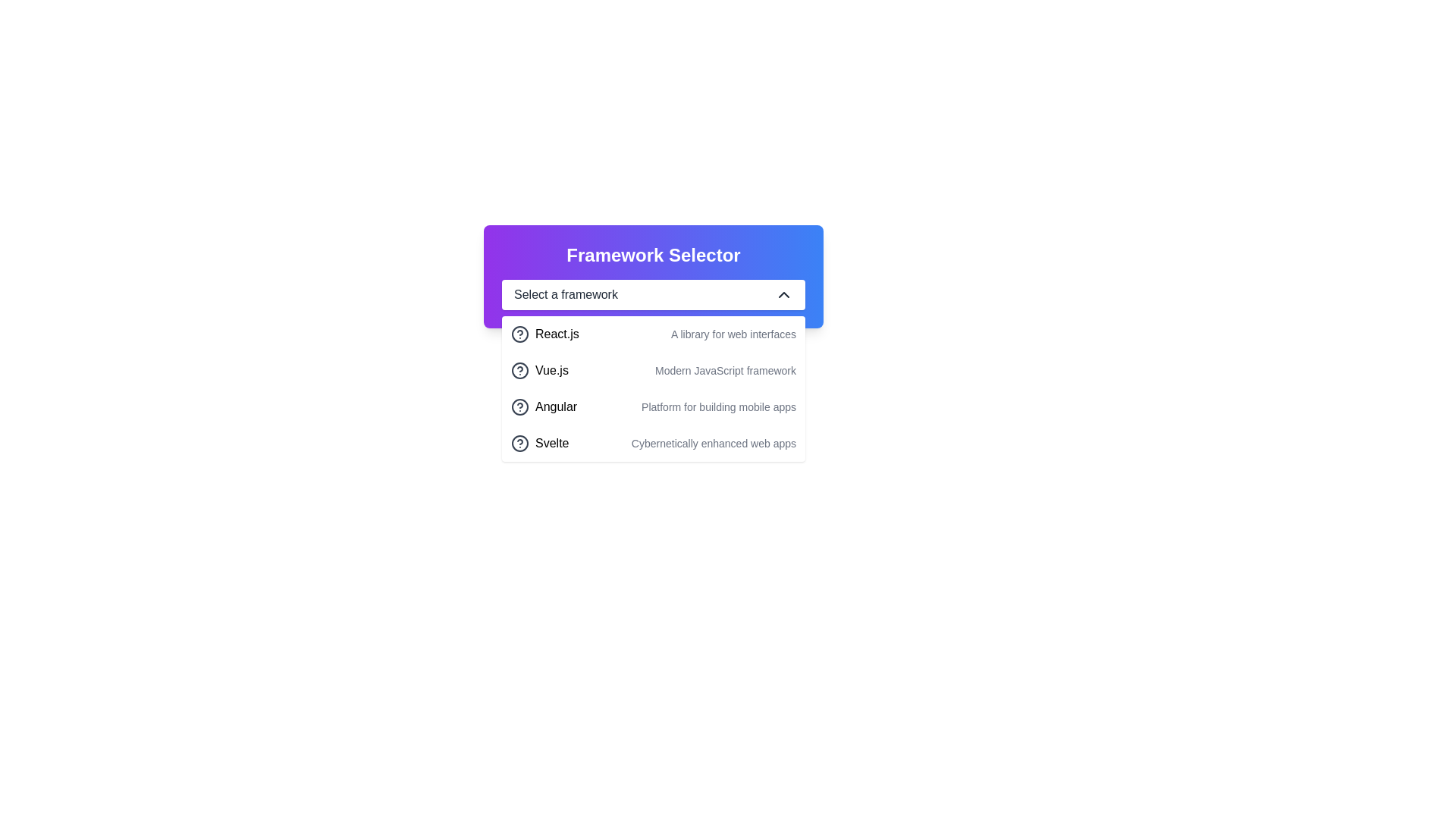 Image resolution: width=1456 pixels, height=819 pixels. I want to click on the Dropdown menu located within the 'Framework Selector' card, positioned near the upper part just below the title for keyboard navigation, so click(654, 295).